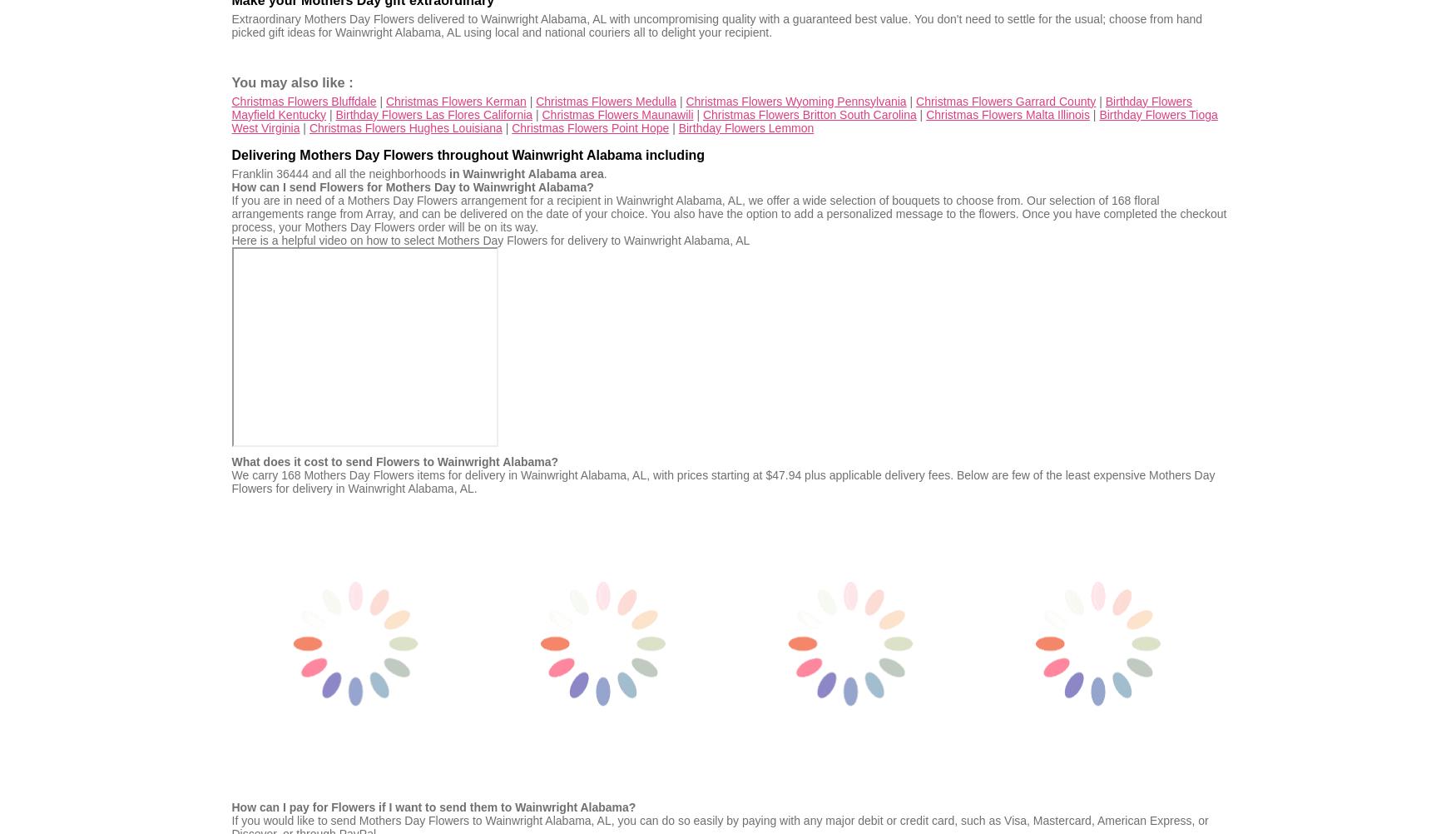 This screenshot has height=834, width=1456. Describe the element at coordinates (433, 112) in the screenshot. I see `'Birthday Flowers Las Flores California'` at that location.